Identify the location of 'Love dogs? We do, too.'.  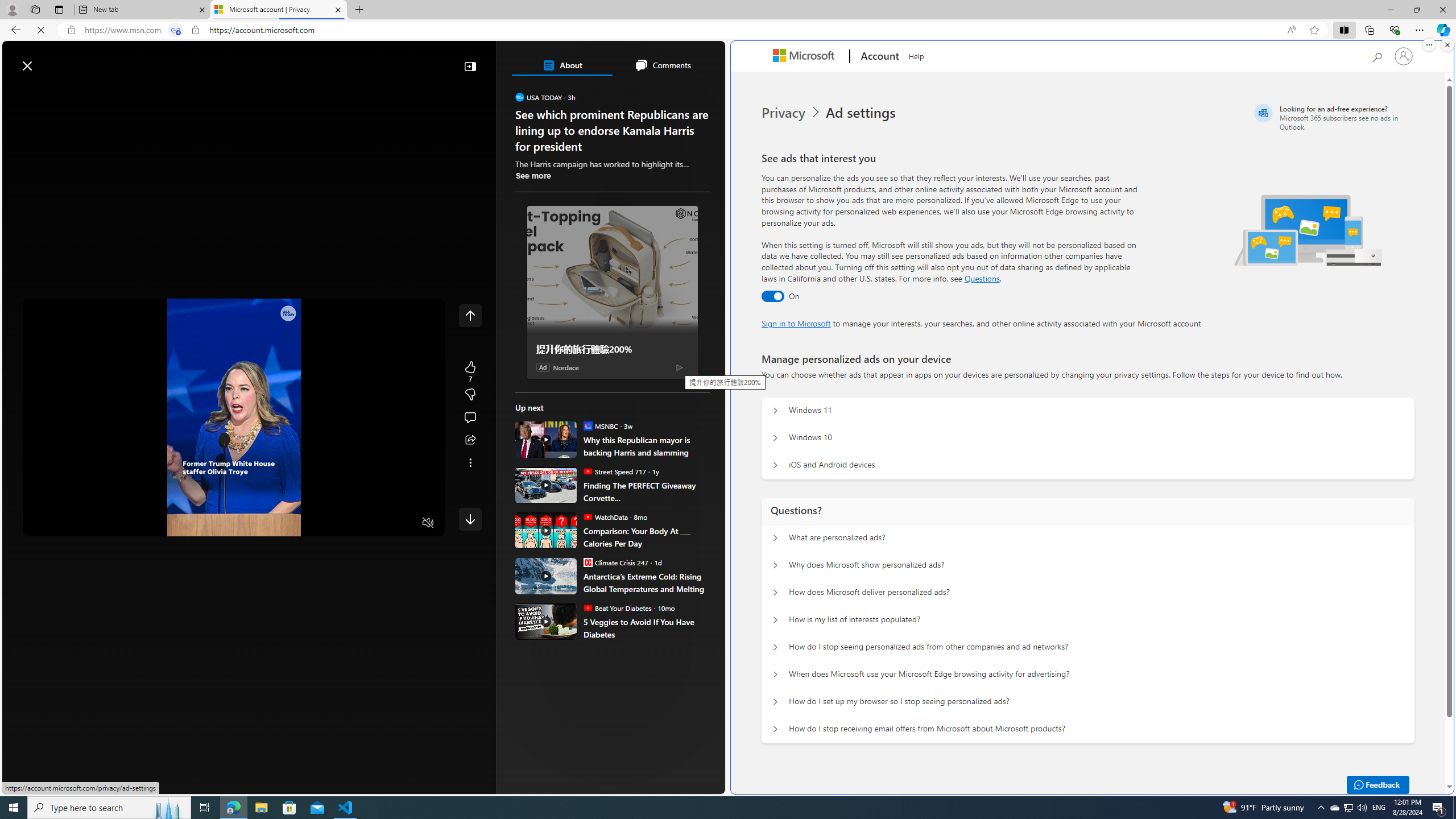
(617, 163).